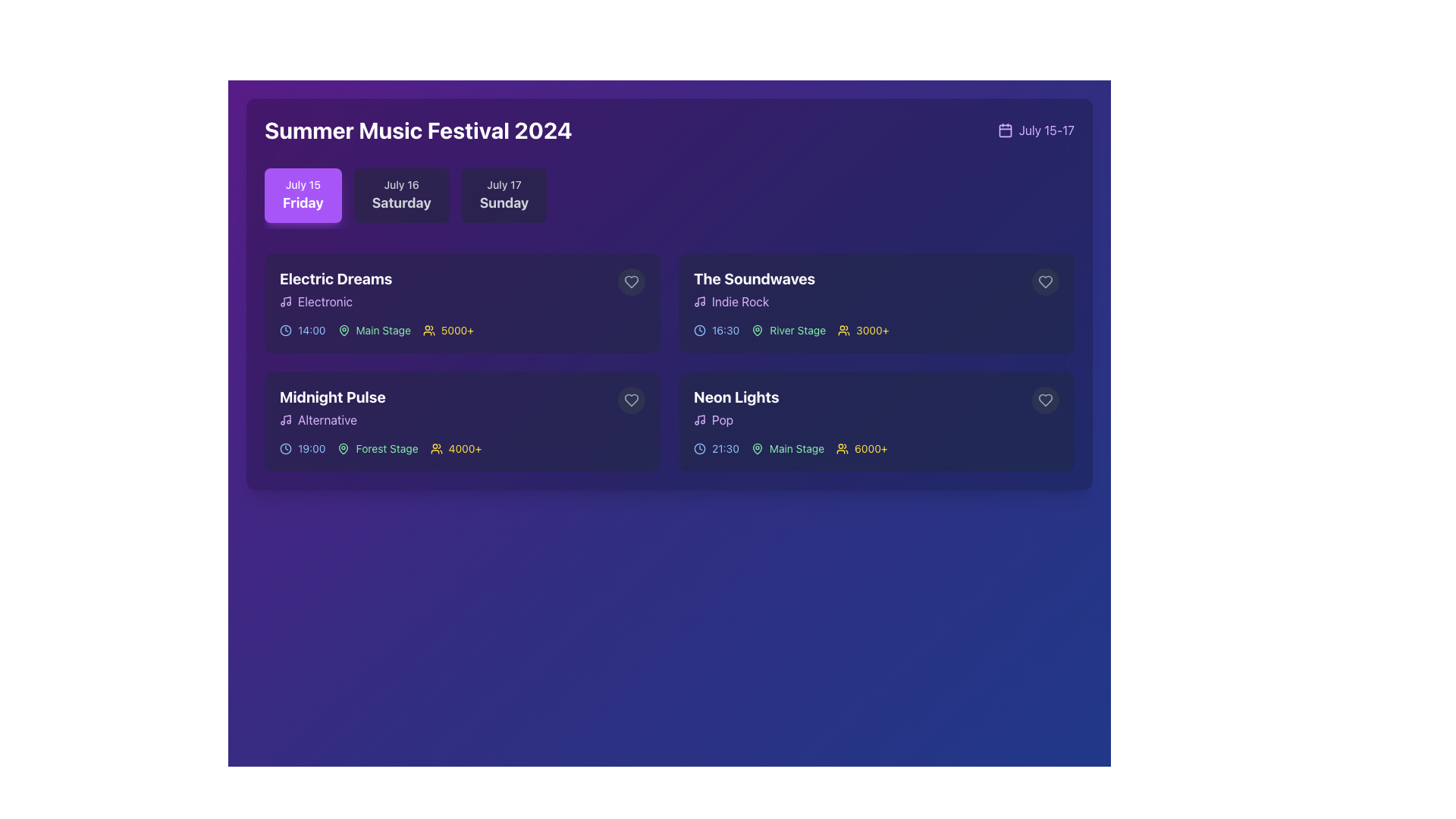  Describe the element at coordinates (286, 447) in the screenshot. I see `the clock icon located to the immediate left of the '19:00' time label under the 'Midnight Pulse' event section` at that location.